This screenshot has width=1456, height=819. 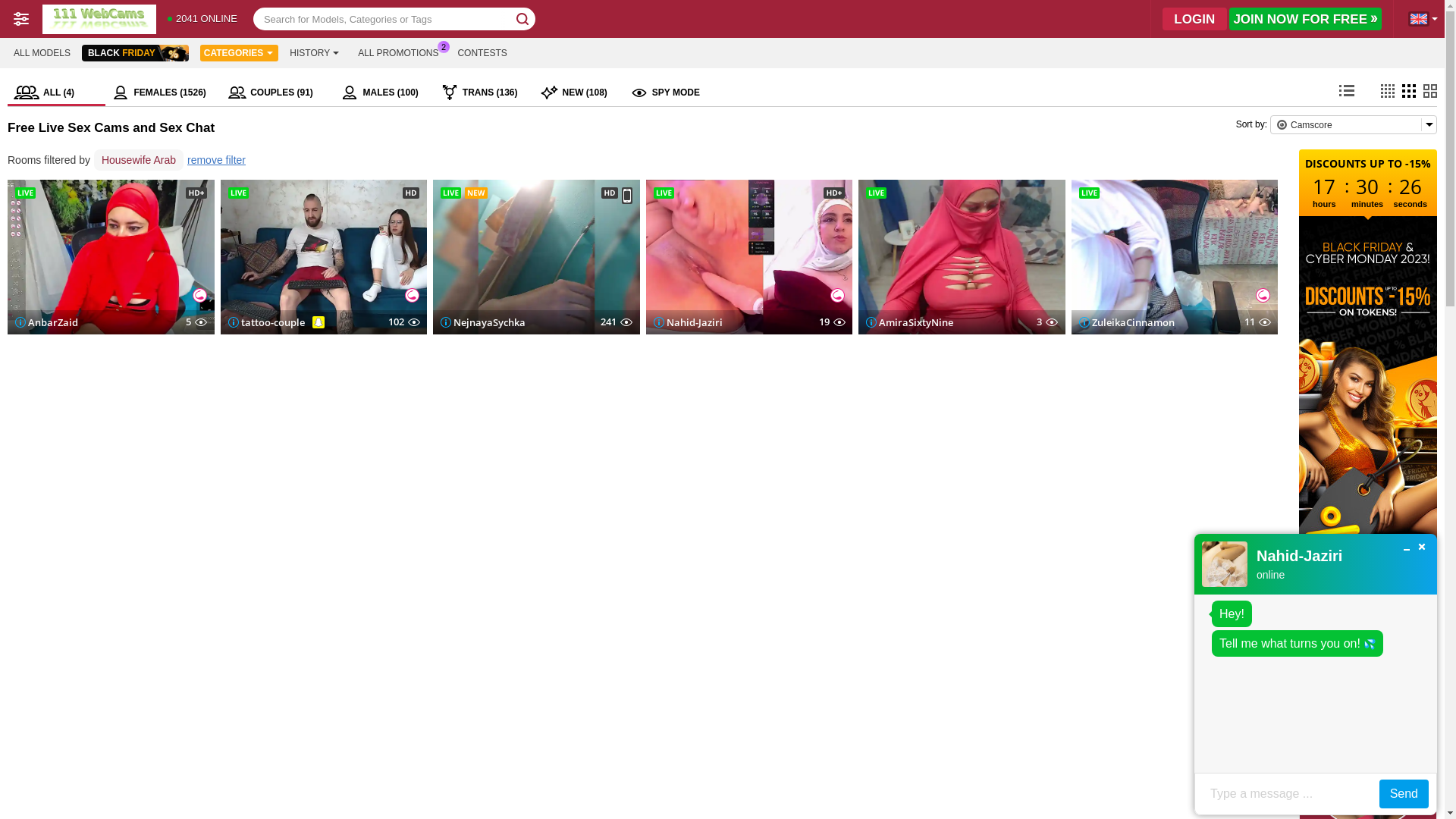 I want to click on 'NEW (108)', so click(x=534, y=93).